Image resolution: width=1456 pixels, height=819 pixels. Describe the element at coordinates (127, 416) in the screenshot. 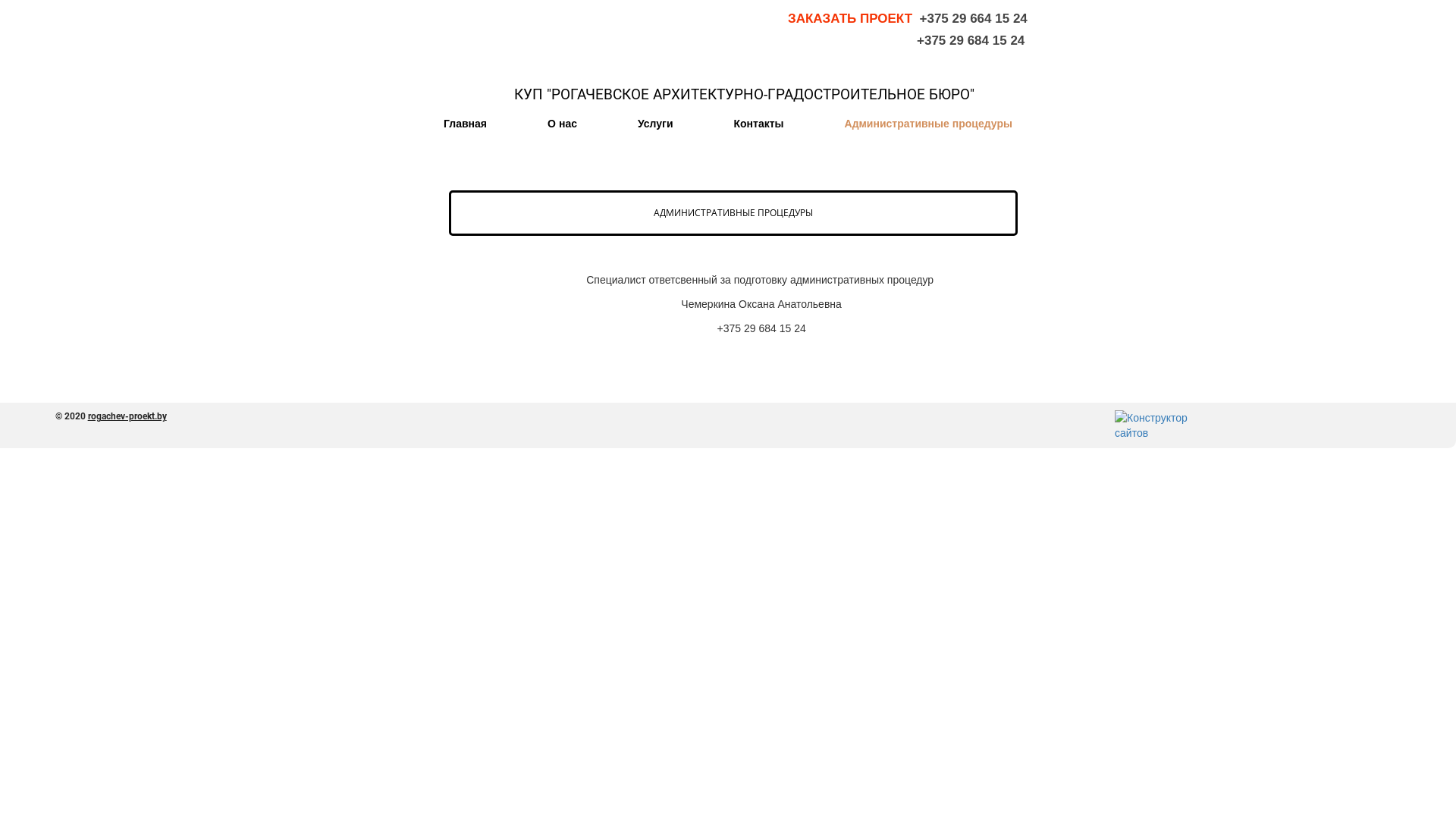

I see `'rogachev-proekt.by'` at that location.